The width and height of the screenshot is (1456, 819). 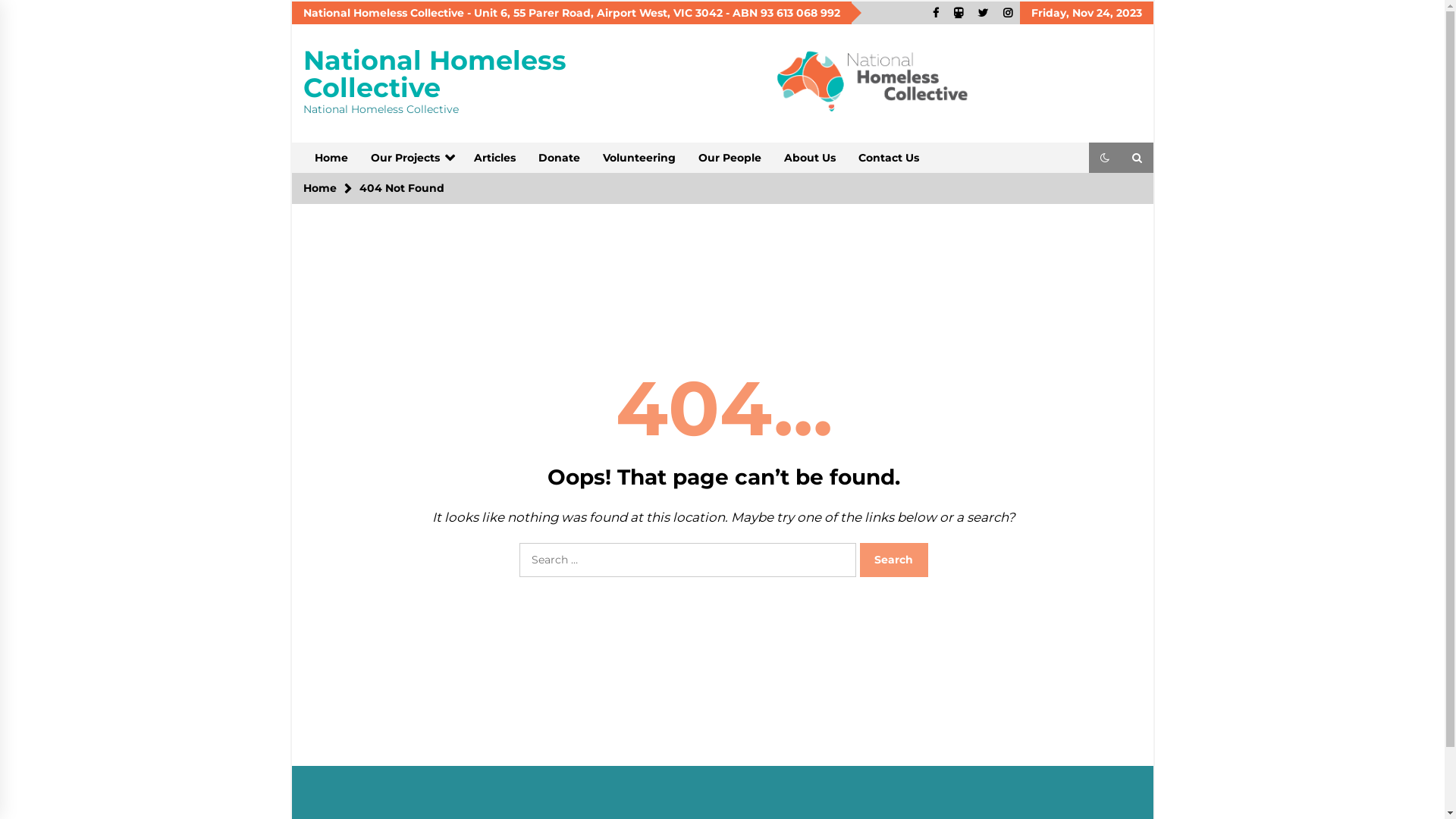 What do you see at coordinates (319, 187) in the screenshot?
I see `'Home'` at bounding box center [319, 187].